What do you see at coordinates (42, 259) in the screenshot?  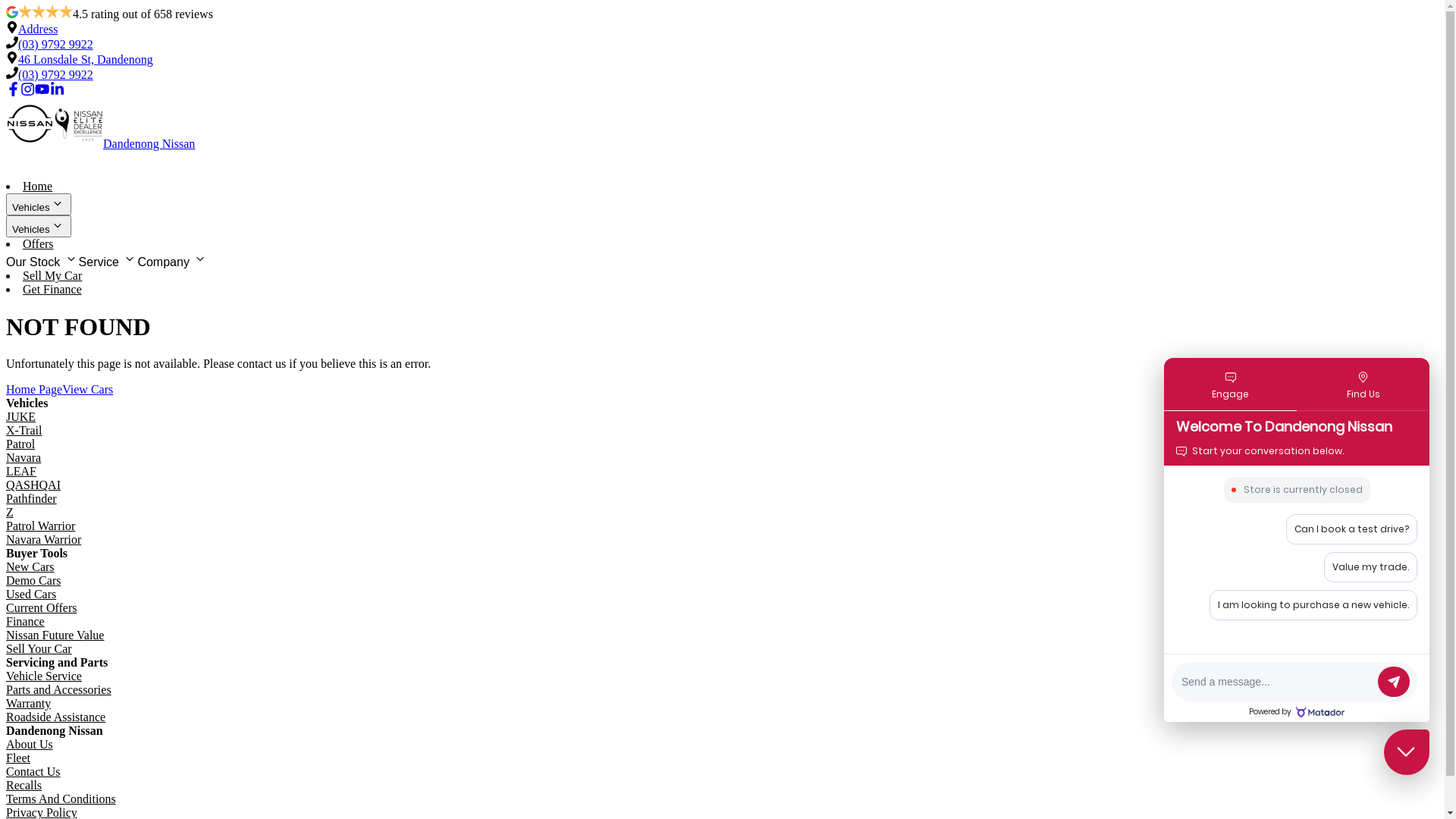 I see `'Our Stock'` at bounding box center [42, 259].